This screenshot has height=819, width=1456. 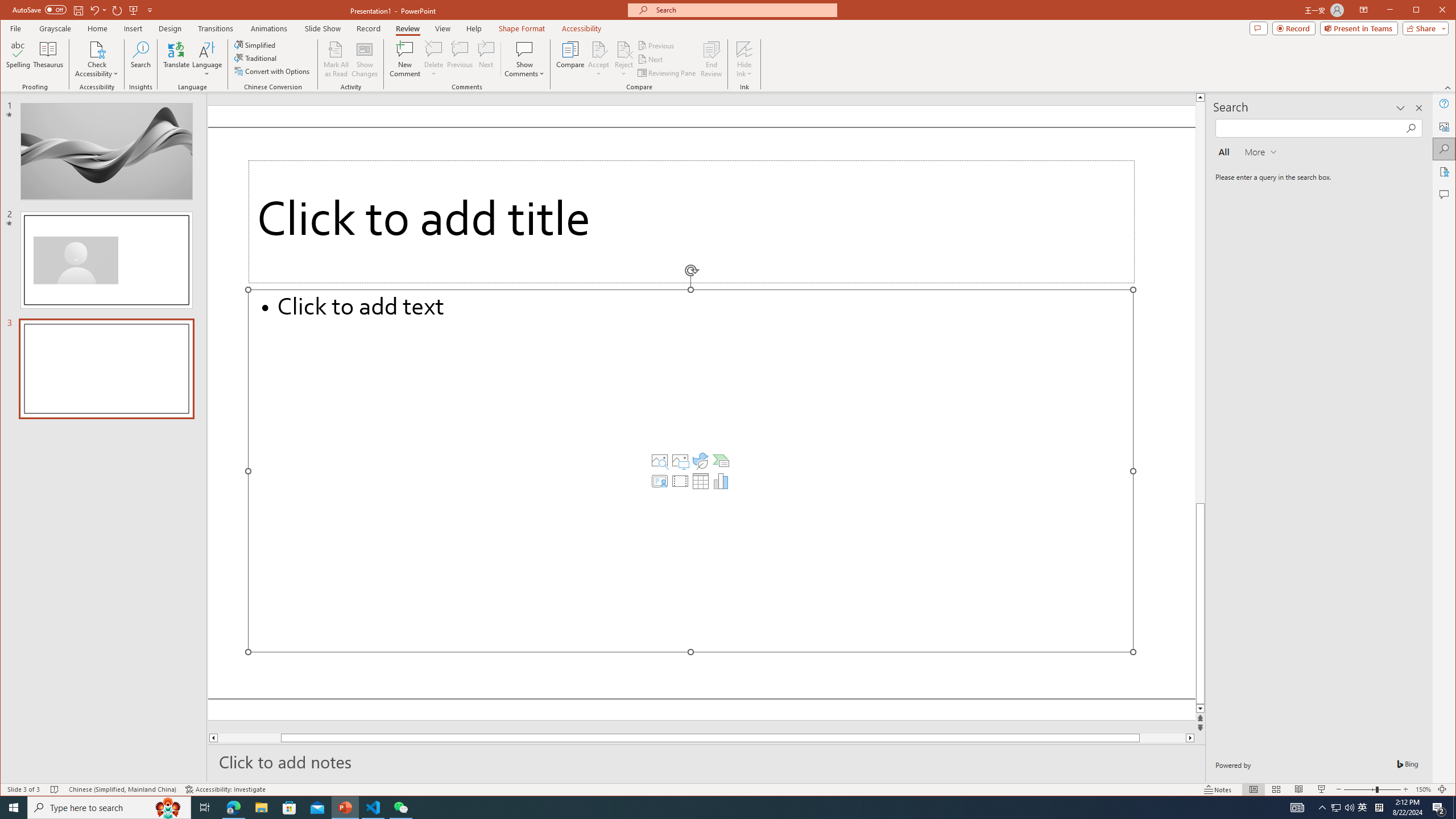 I want to click on 'Content Placeholder', so click(x=690, y=470).